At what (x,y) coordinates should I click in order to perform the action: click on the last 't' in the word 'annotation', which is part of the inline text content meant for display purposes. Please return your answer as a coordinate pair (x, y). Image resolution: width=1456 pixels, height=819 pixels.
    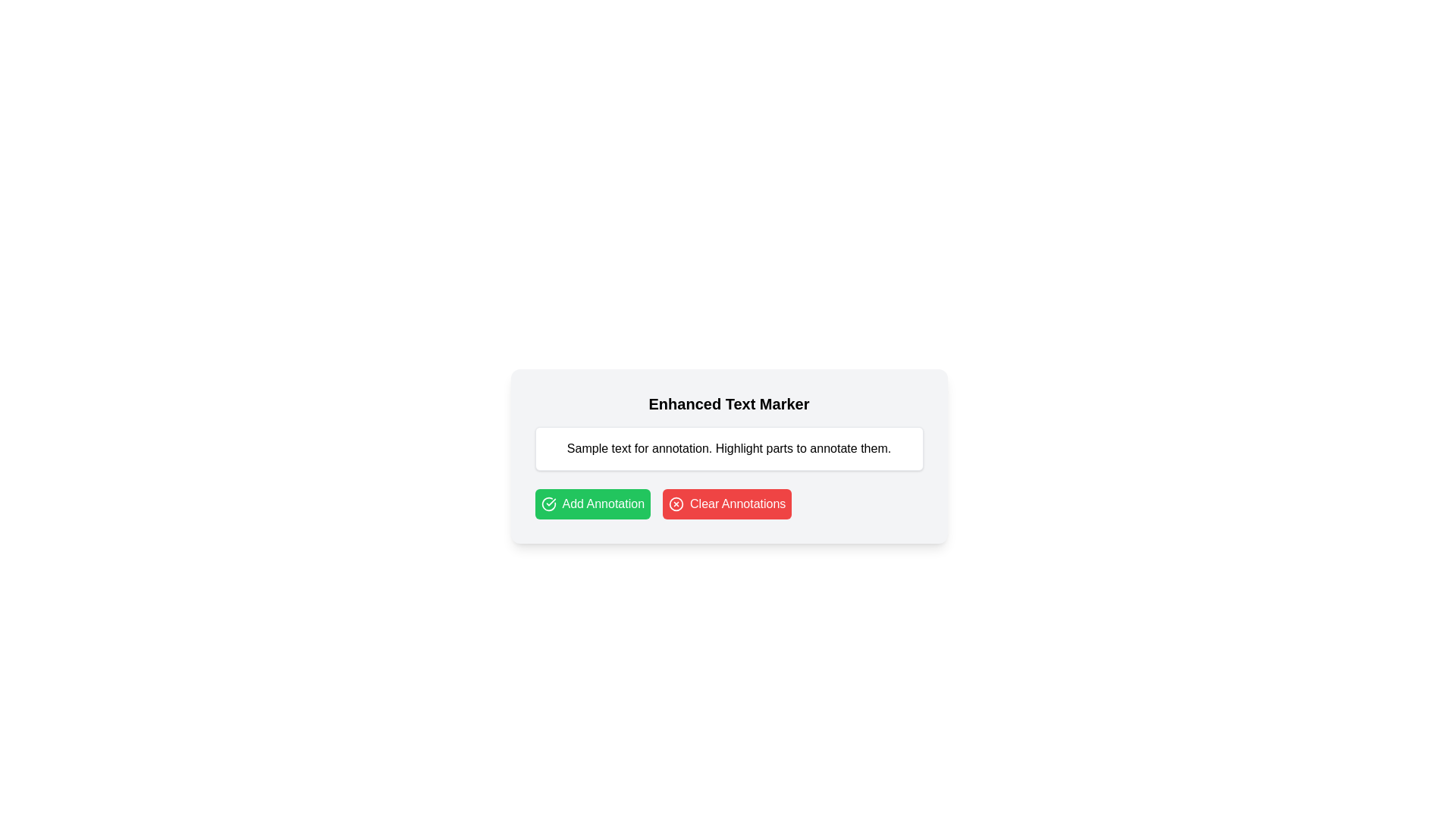
    Looking at the image, I should click on (690, 447).